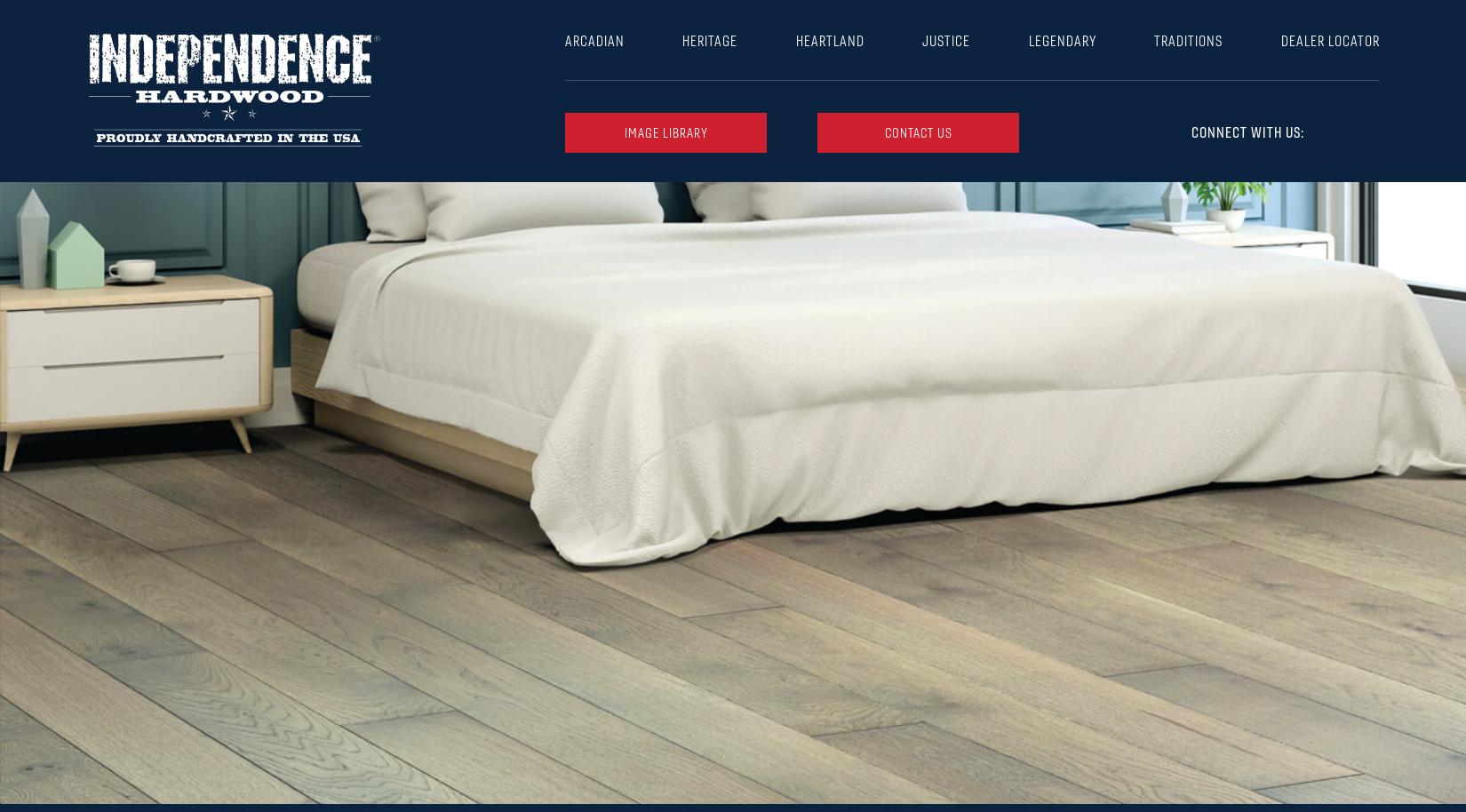  Describe the element at coordinates (829, 40) in the screenshot. I see `'Heartland'` at that location.